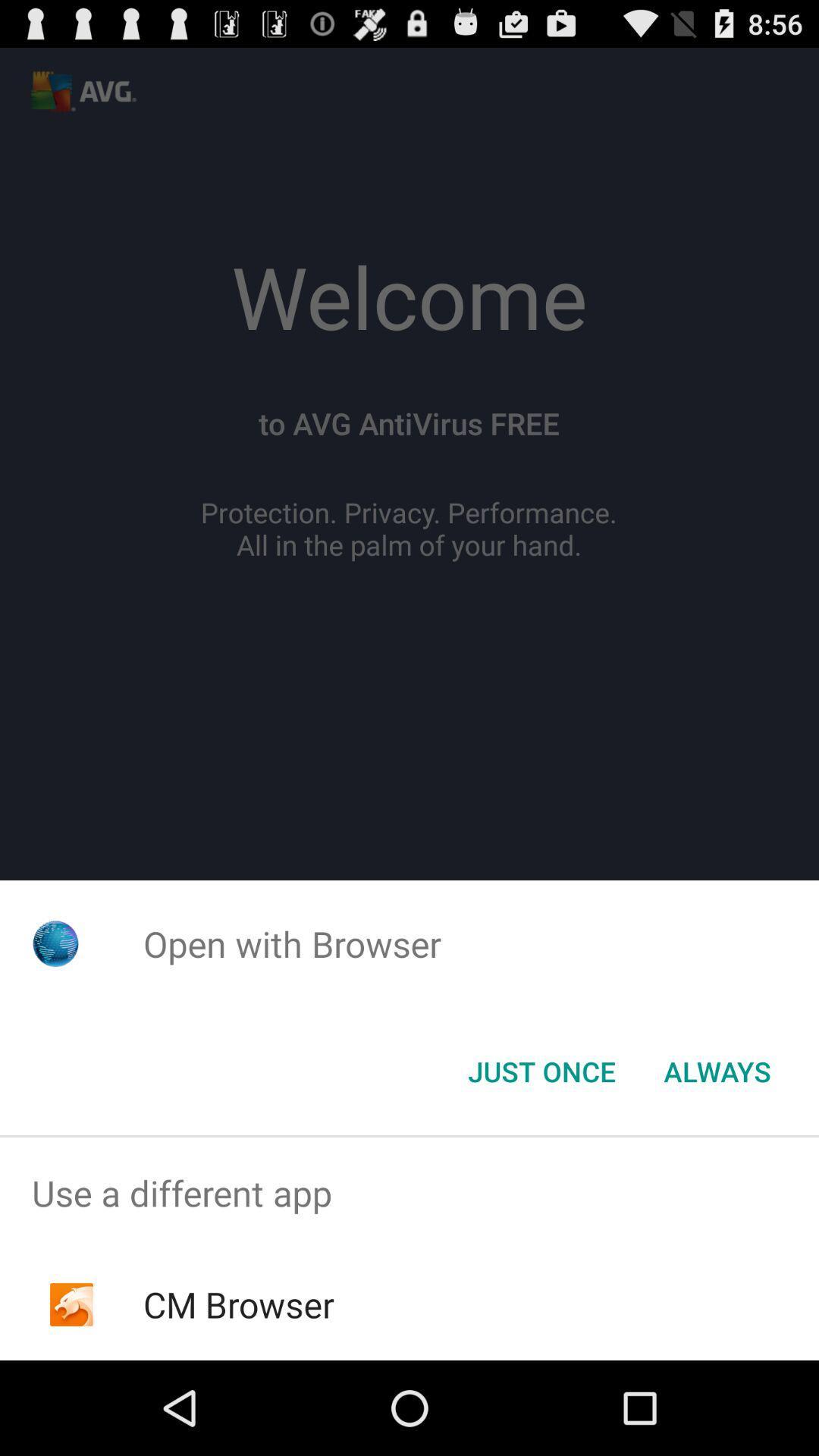 This screenshot has width=819, height=1456. Describe the element at coordinates (409, 1192) in the screenshot. I see `the use a different` at that location.